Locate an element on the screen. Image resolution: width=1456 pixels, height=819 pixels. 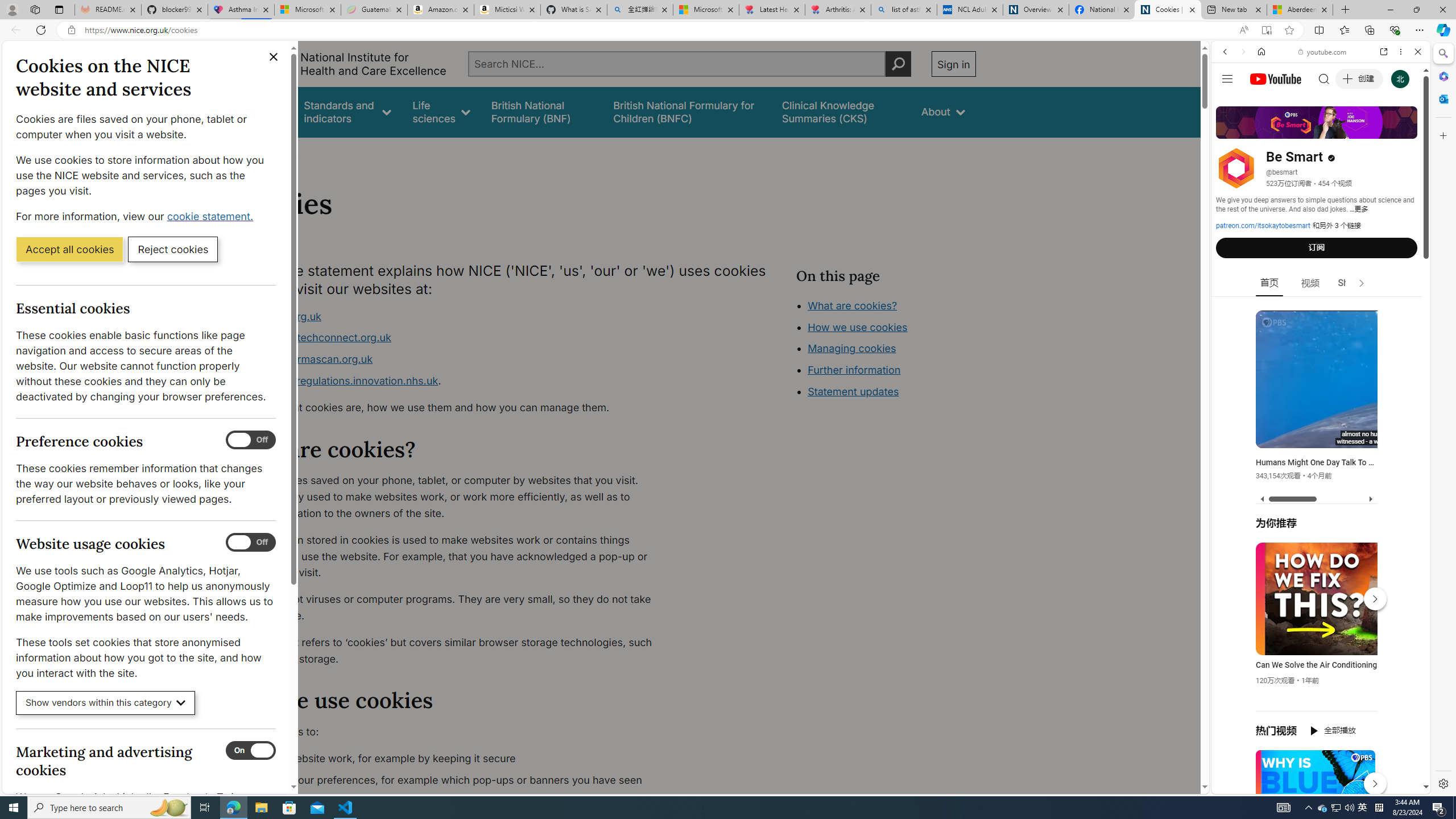
'Guidance' is located at coordinates (260, 111).